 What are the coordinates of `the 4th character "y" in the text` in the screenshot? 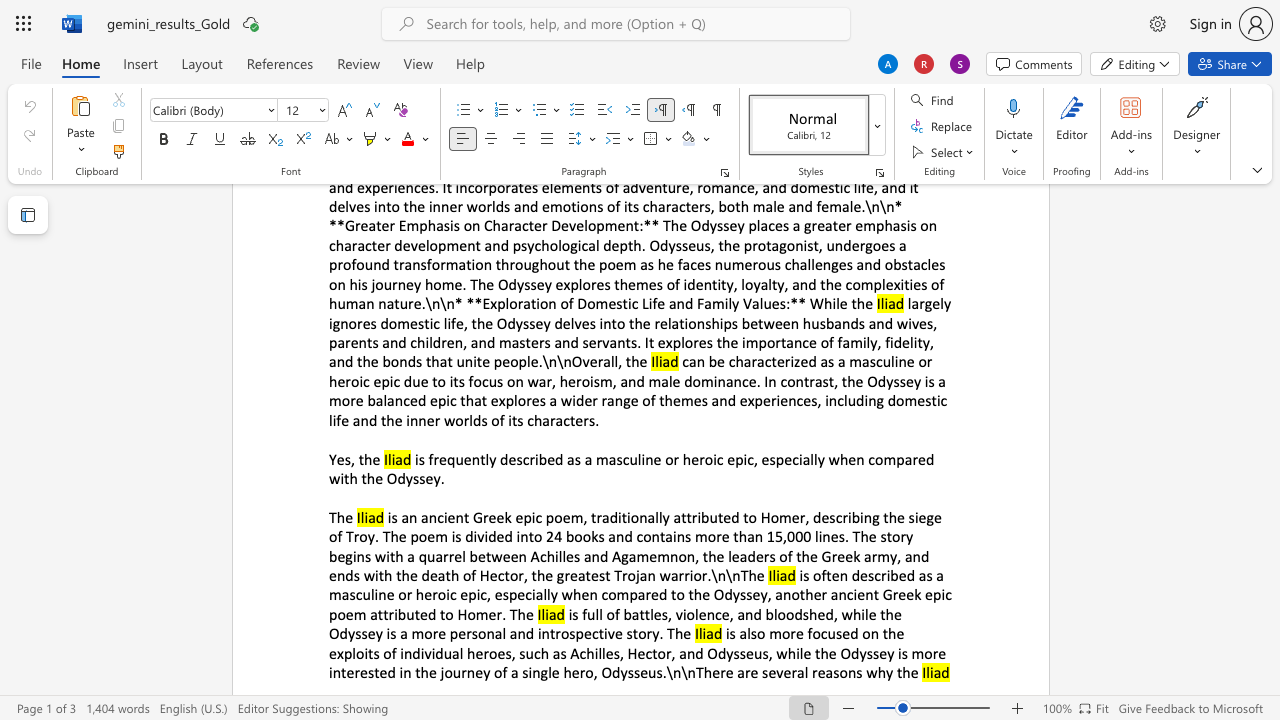 It's located at (436, 478).